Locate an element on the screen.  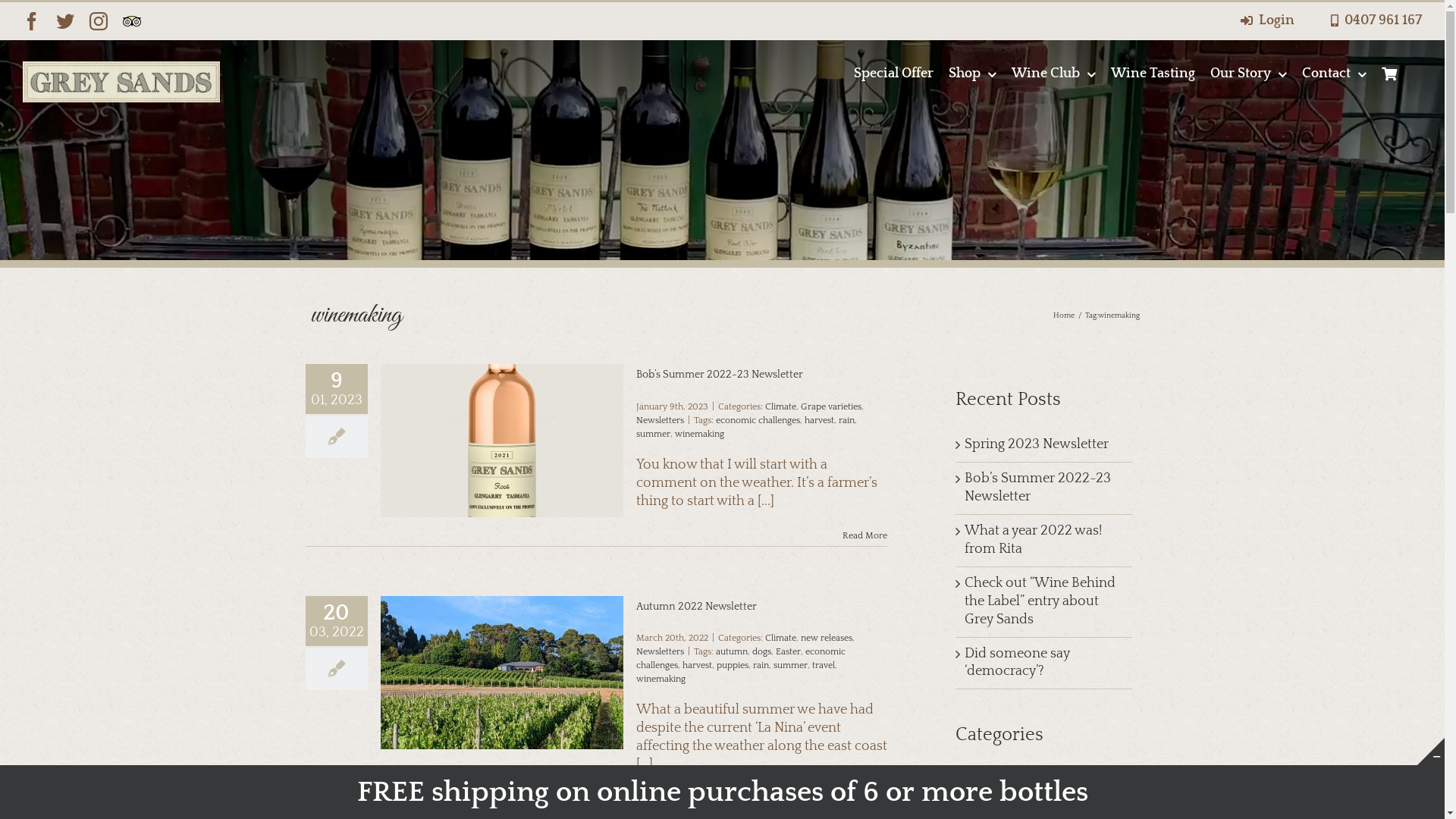
'Accolades' is located at coordinates (1043, 780).